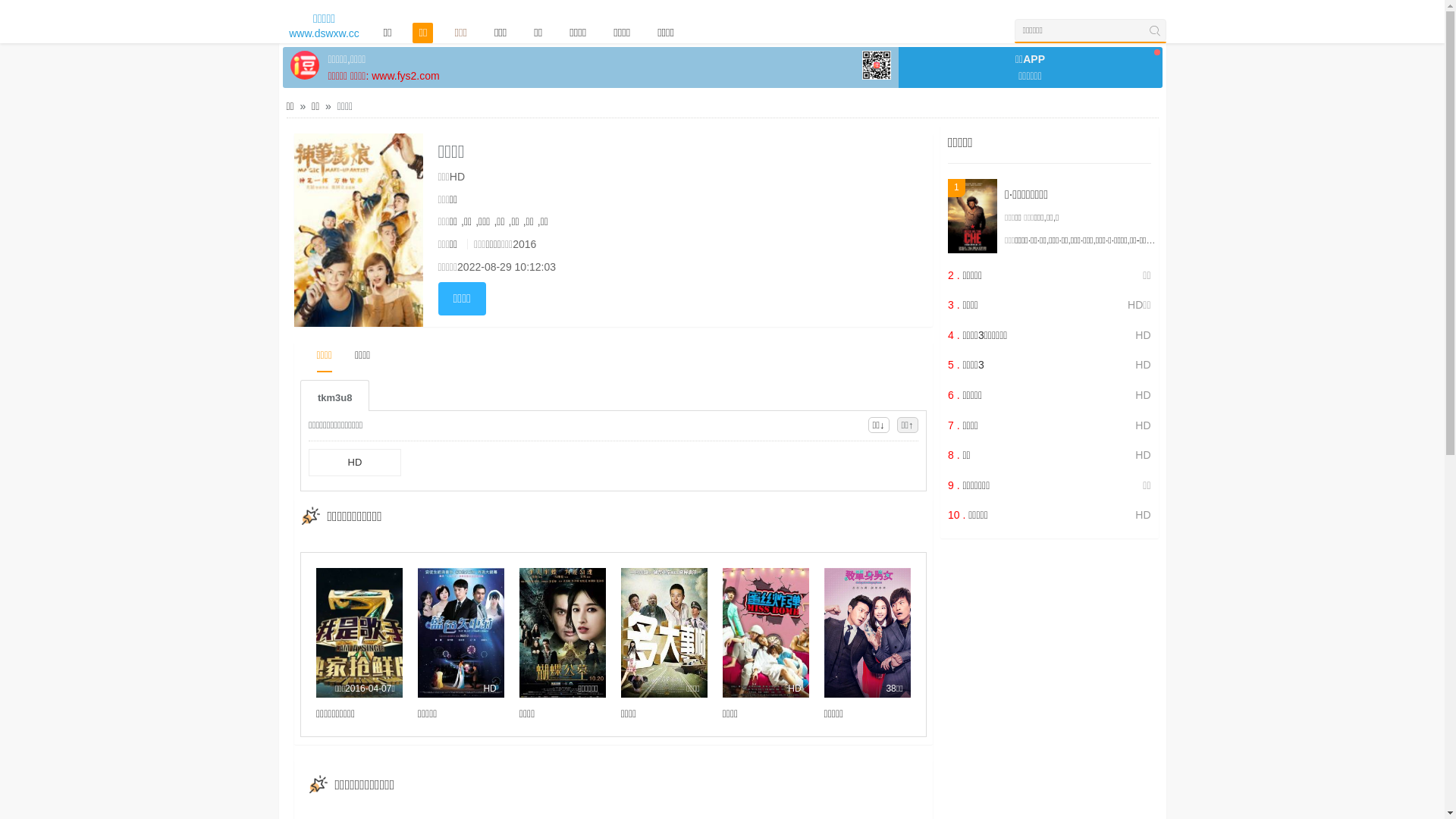  I want to click on 'HD', so click(353, 461).